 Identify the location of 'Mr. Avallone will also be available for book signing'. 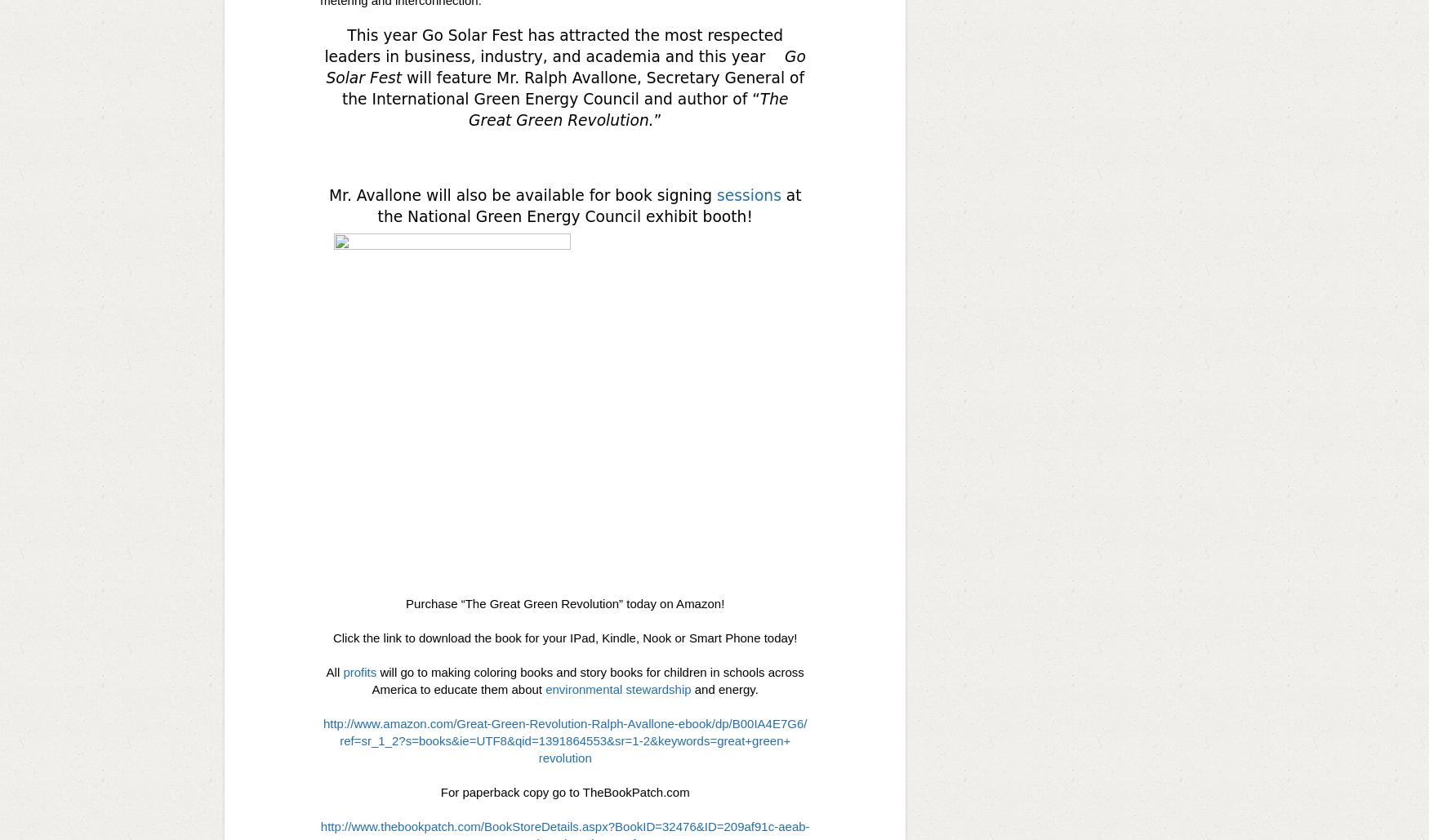
(521, 194).